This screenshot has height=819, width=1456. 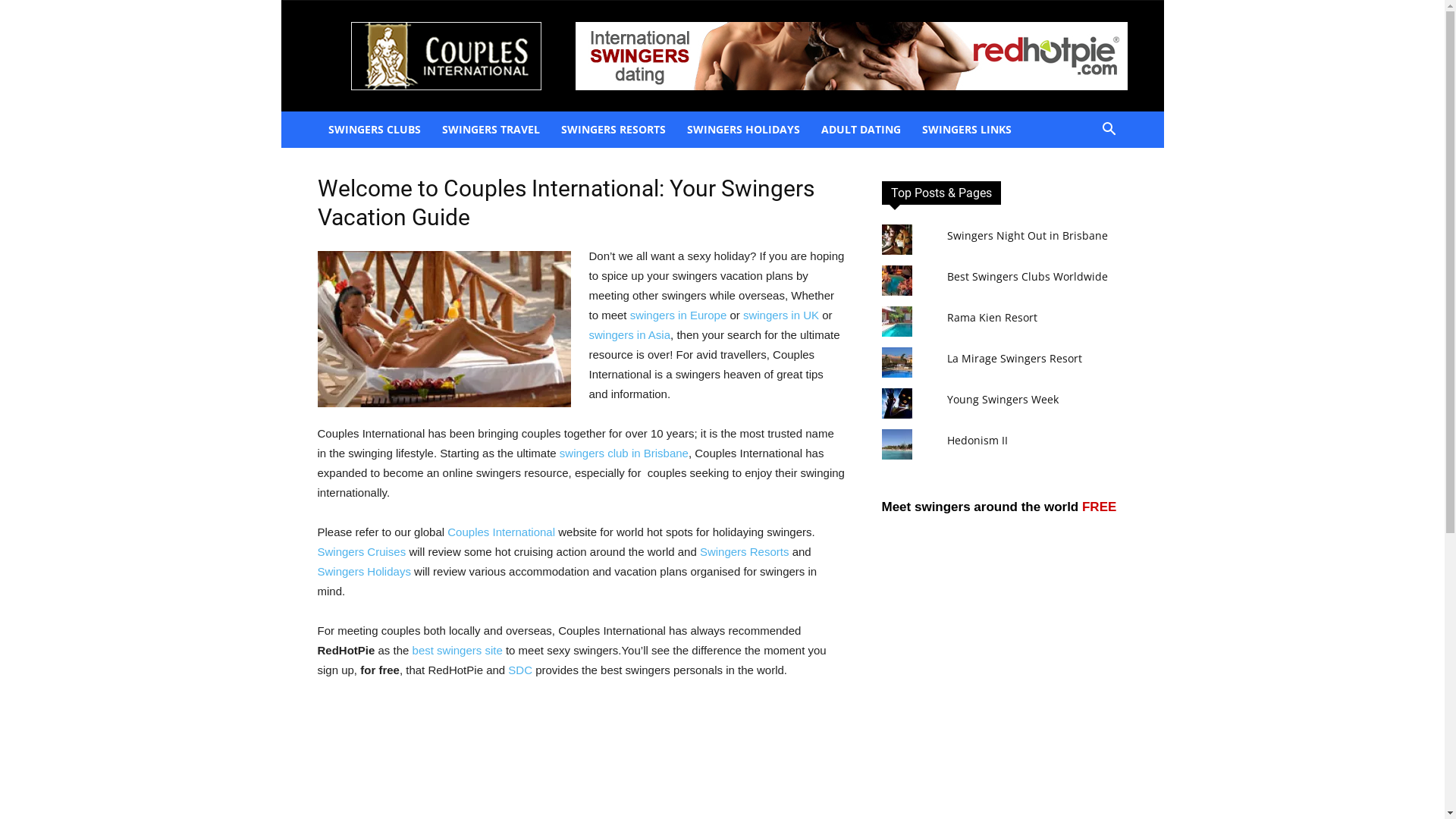 What do you see at coordinates (315, 551) in the screenshot?
I see `'Swingers Cruises'` at bounding box center [315, 551].